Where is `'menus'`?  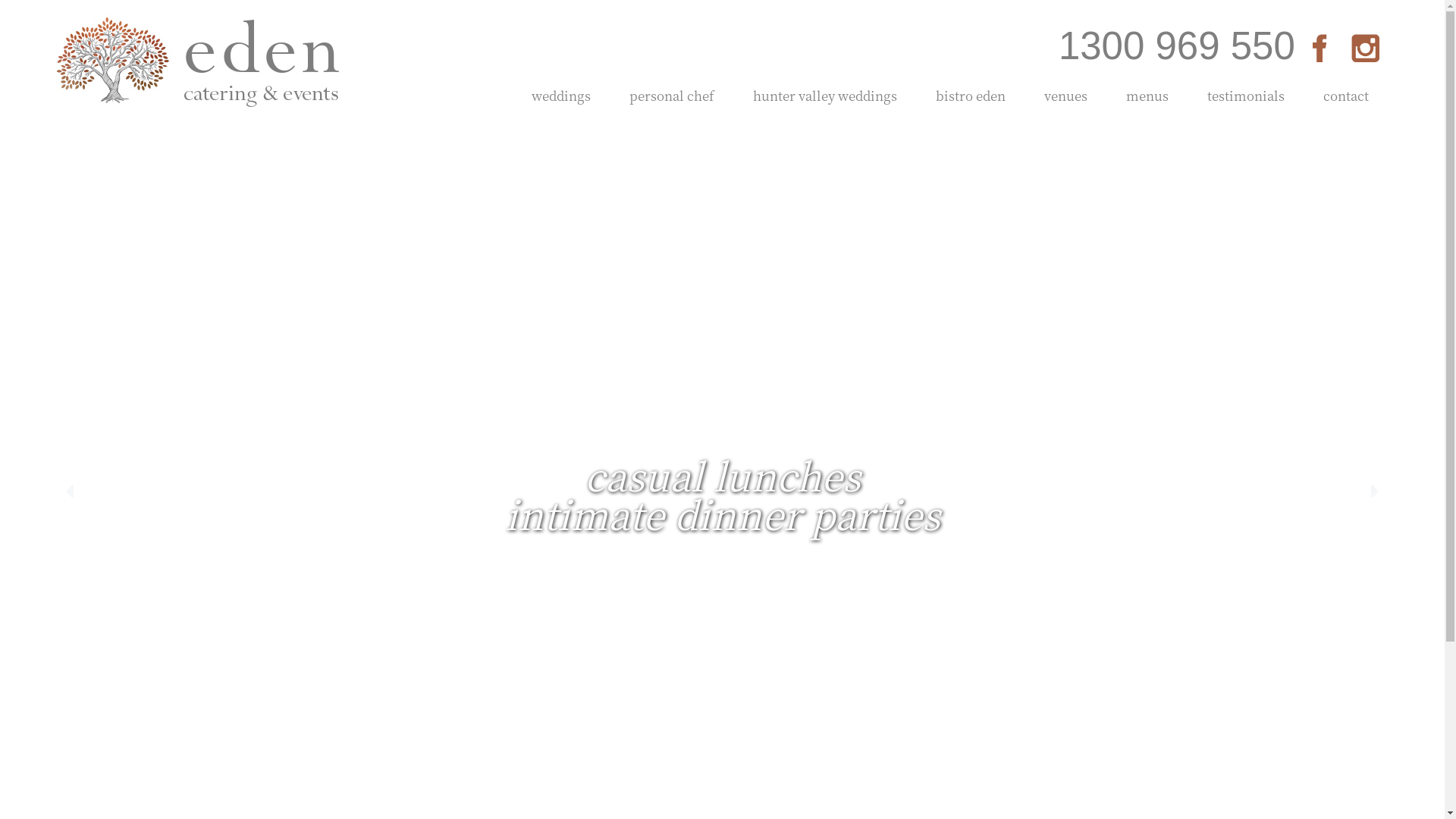 'menus' is located at coordinates (1147, 96).